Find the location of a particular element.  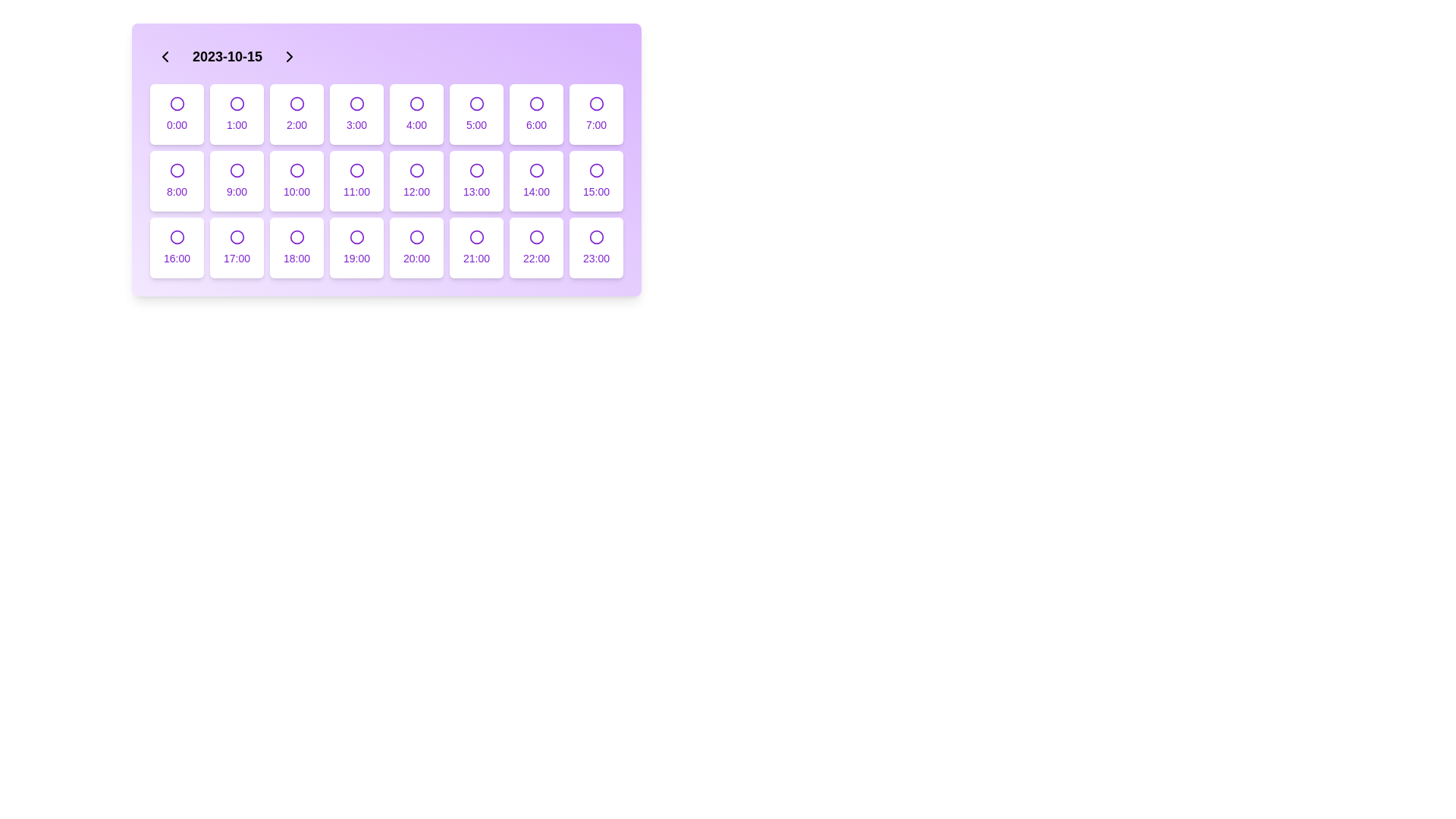

the Circular indicator positioned in the '7:00' time slot of the grid layout, which acts as a checkbox or selection indicator is located at coordinates (595, 103).